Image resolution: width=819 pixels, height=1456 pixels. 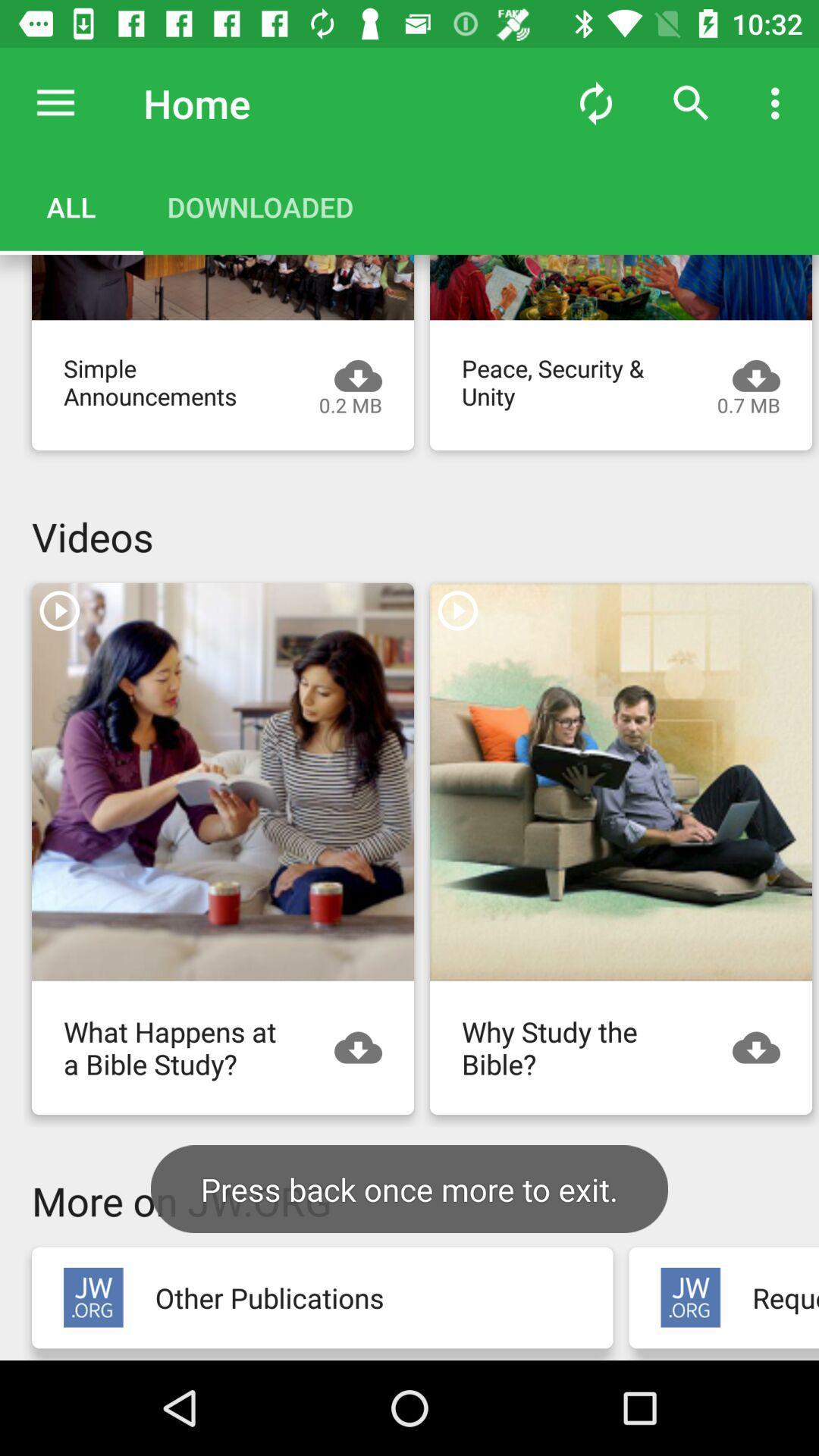 What do you see at coordinates (222, 287) in the screenshot?
I see `click on simple announcements` at bounding box center [222, 287].